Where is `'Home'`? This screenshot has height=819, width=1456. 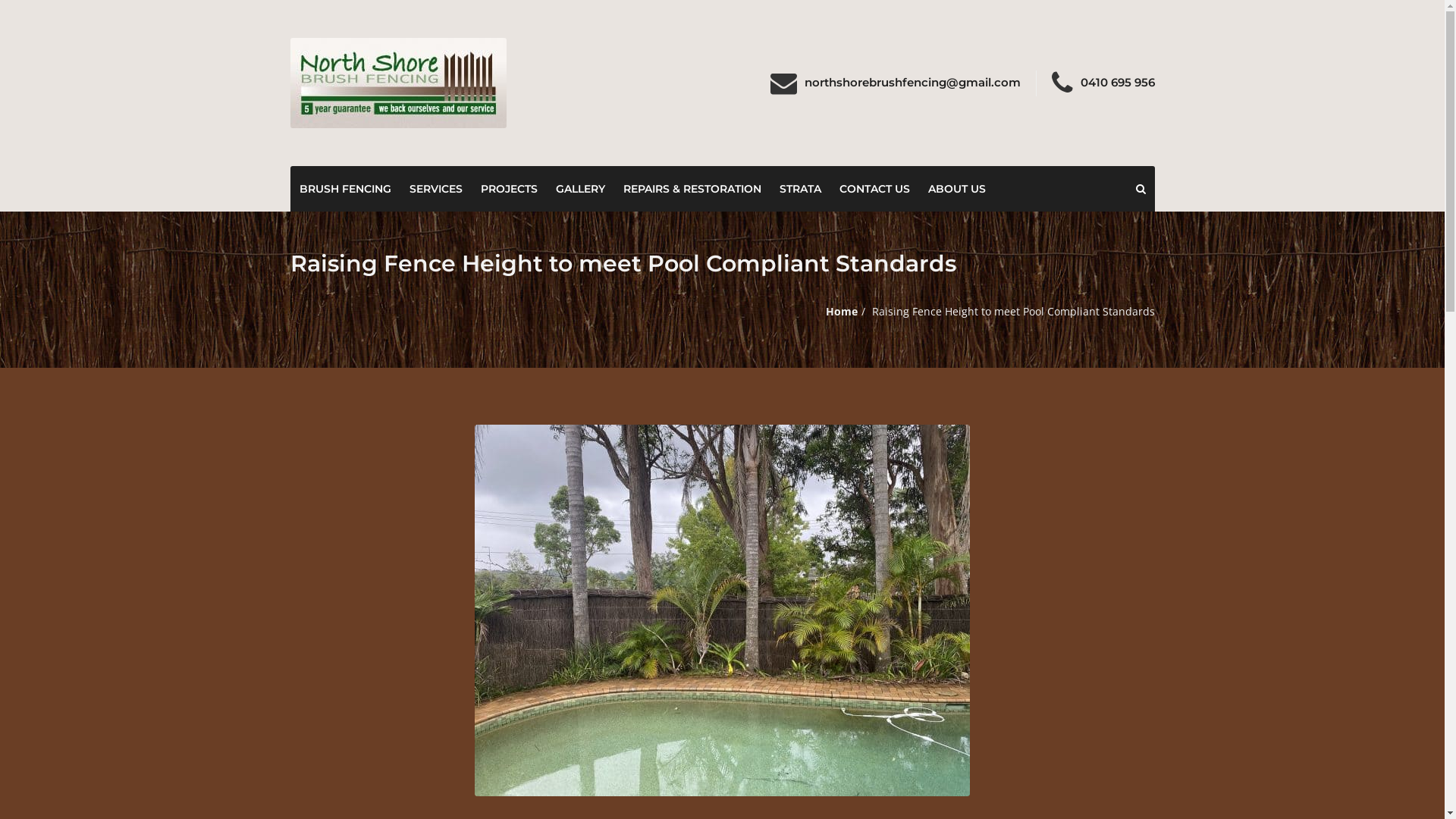 'Home' is located at coordinates (839, 309).